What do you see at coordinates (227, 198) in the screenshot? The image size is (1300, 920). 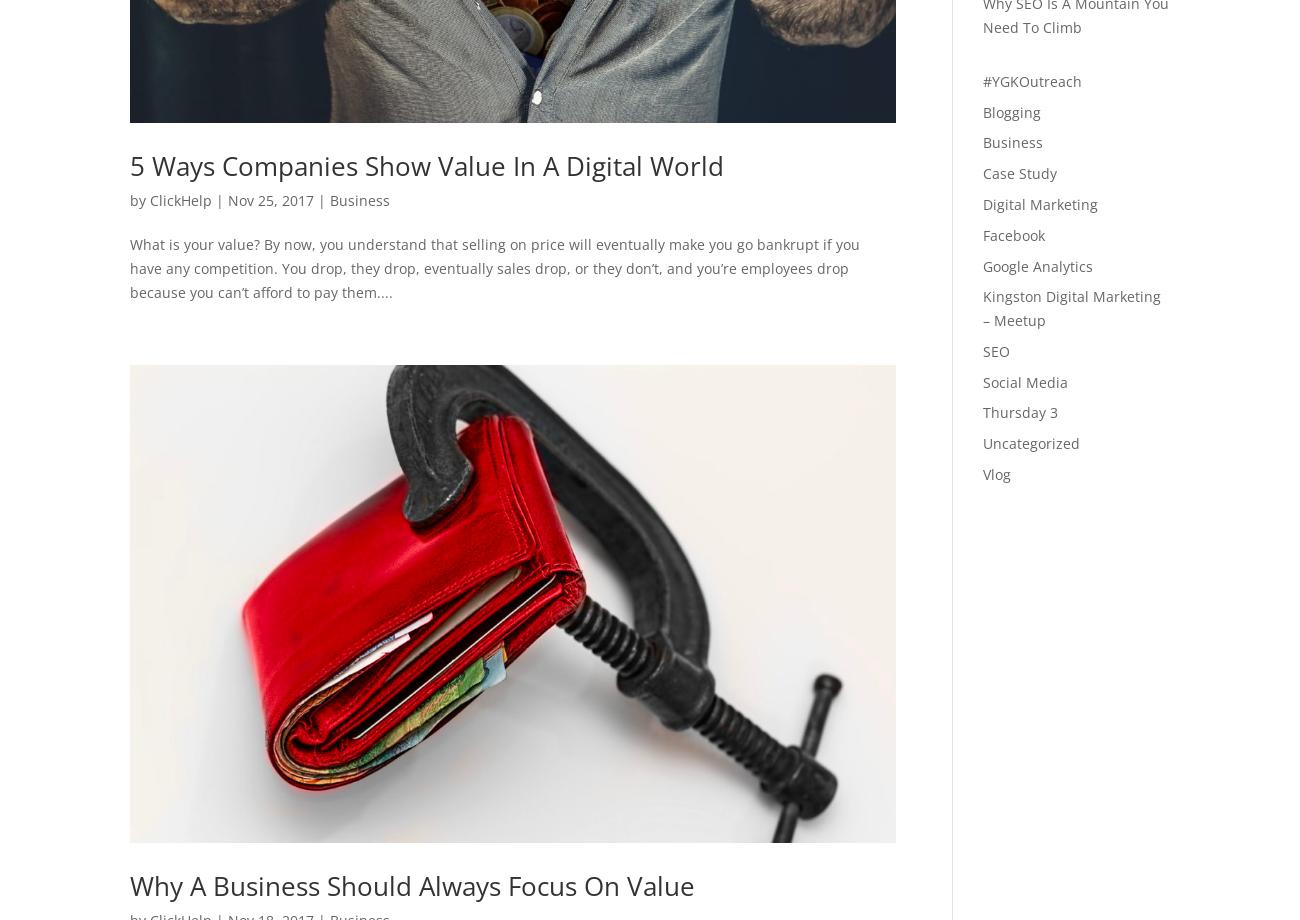 I see `'Nov 25, 2017'` at bounding box center [227, 198].